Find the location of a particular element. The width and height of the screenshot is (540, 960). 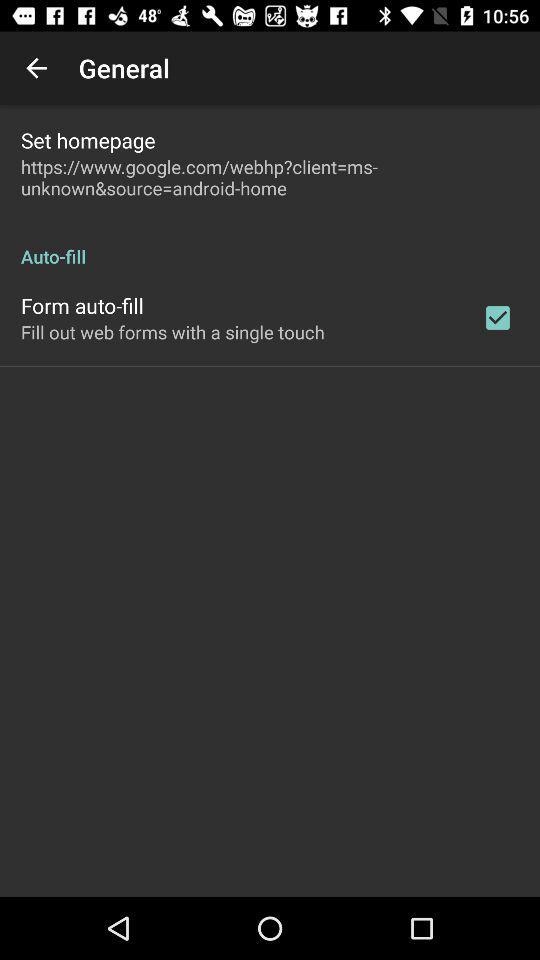

item next to general is located at coordinates (36, 68).